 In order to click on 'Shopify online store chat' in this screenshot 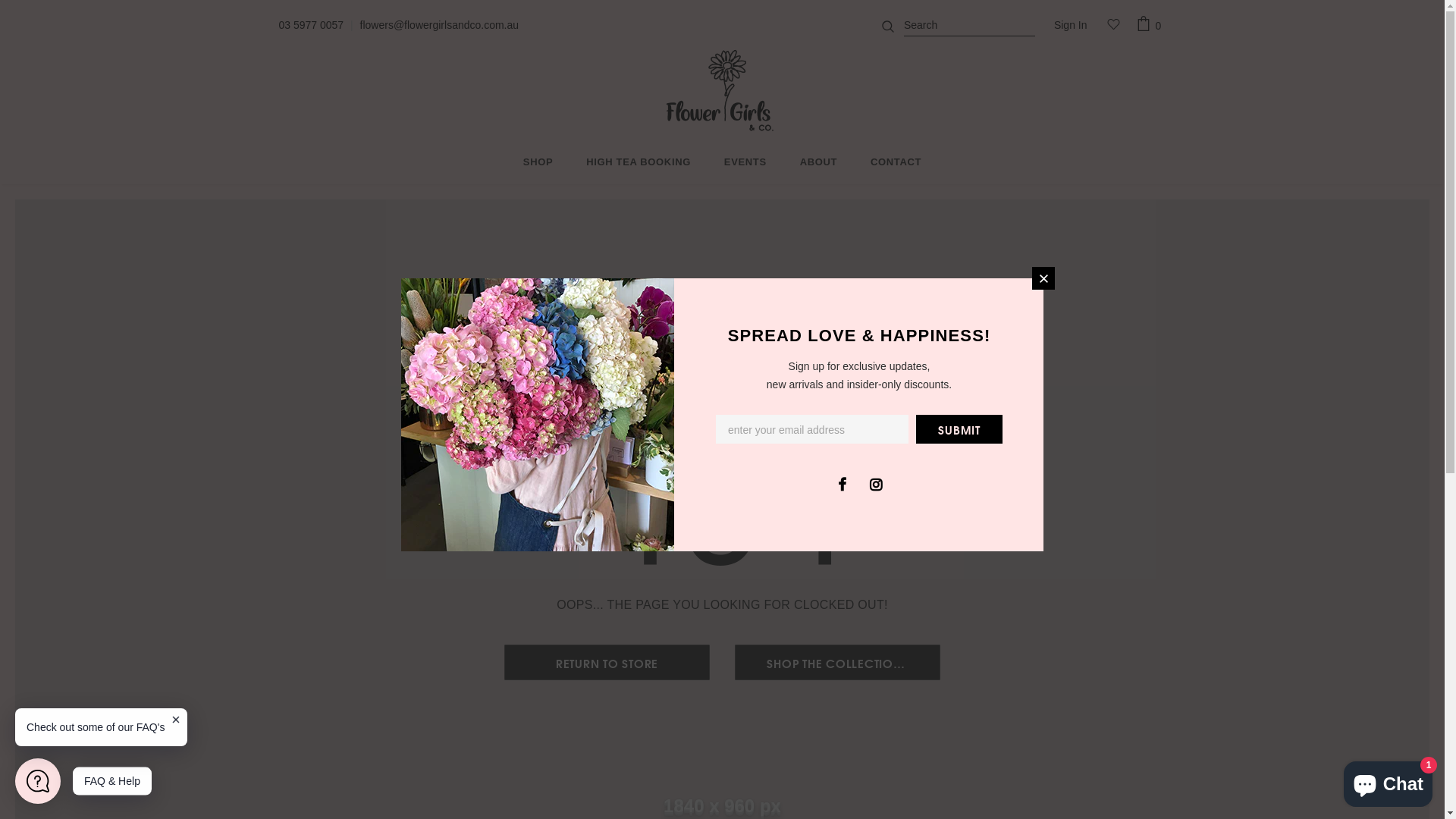, I will do `click(1339, 780)`.